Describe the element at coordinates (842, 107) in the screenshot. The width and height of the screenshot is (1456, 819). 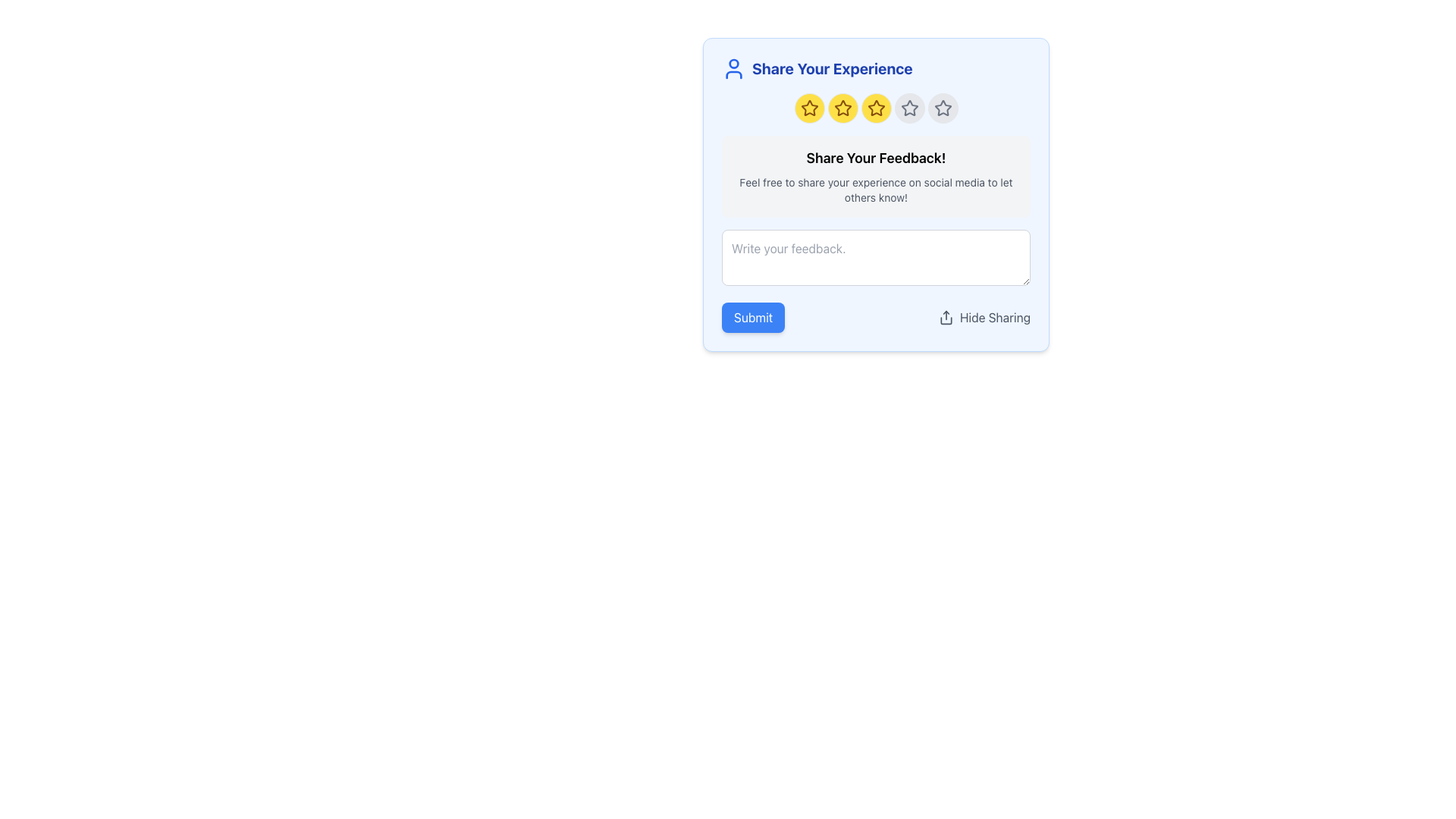
I see `the second star-shaped icon outlined in yellow with a brown border, located inside a circular yellow background in the 'Share Your Experience' section` at that location.